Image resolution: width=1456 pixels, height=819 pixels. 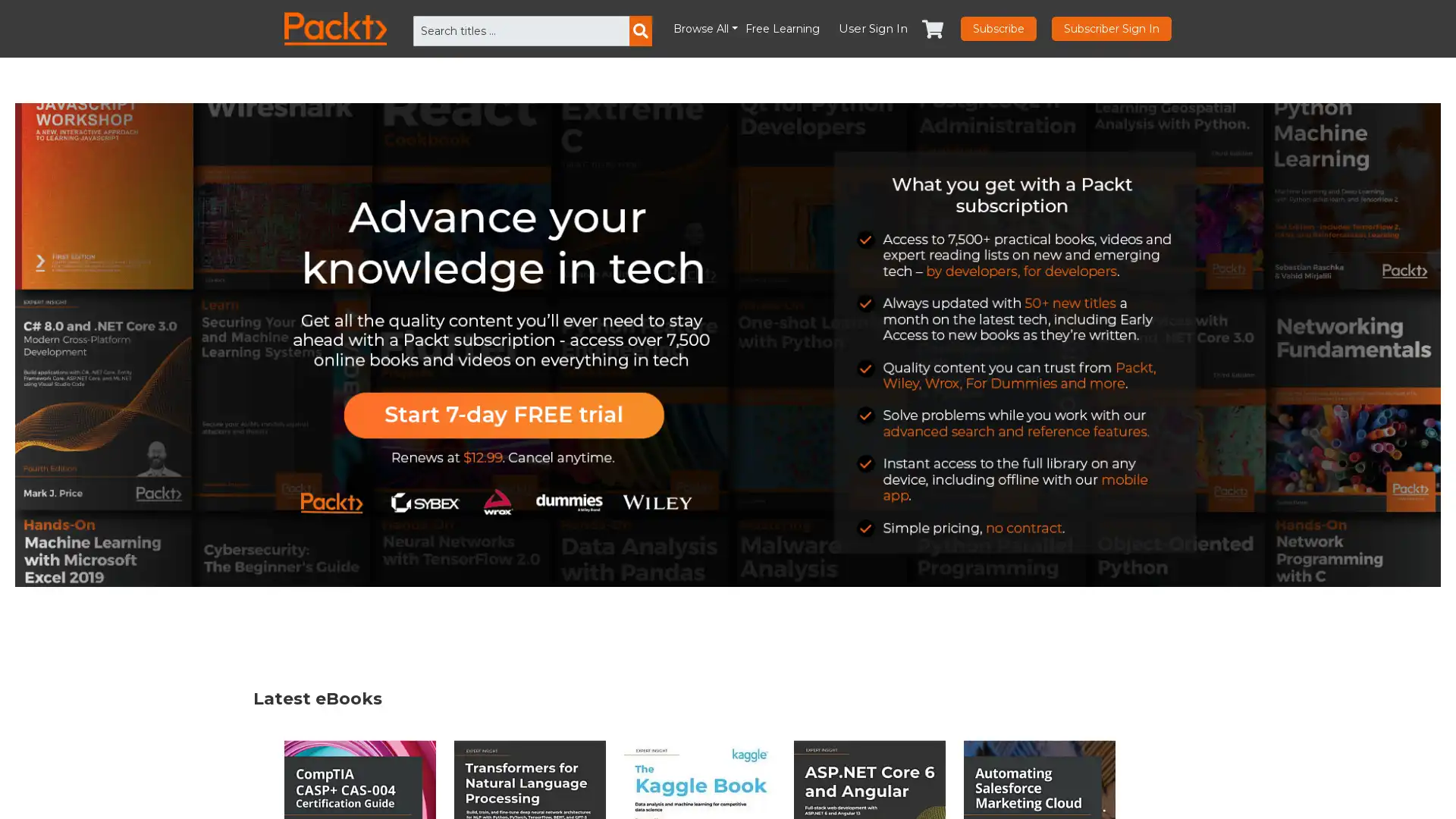 What do you see at coordinates (998, 29) in the screenshot?
I see `Subscribe` at bounding box center [998, 29].